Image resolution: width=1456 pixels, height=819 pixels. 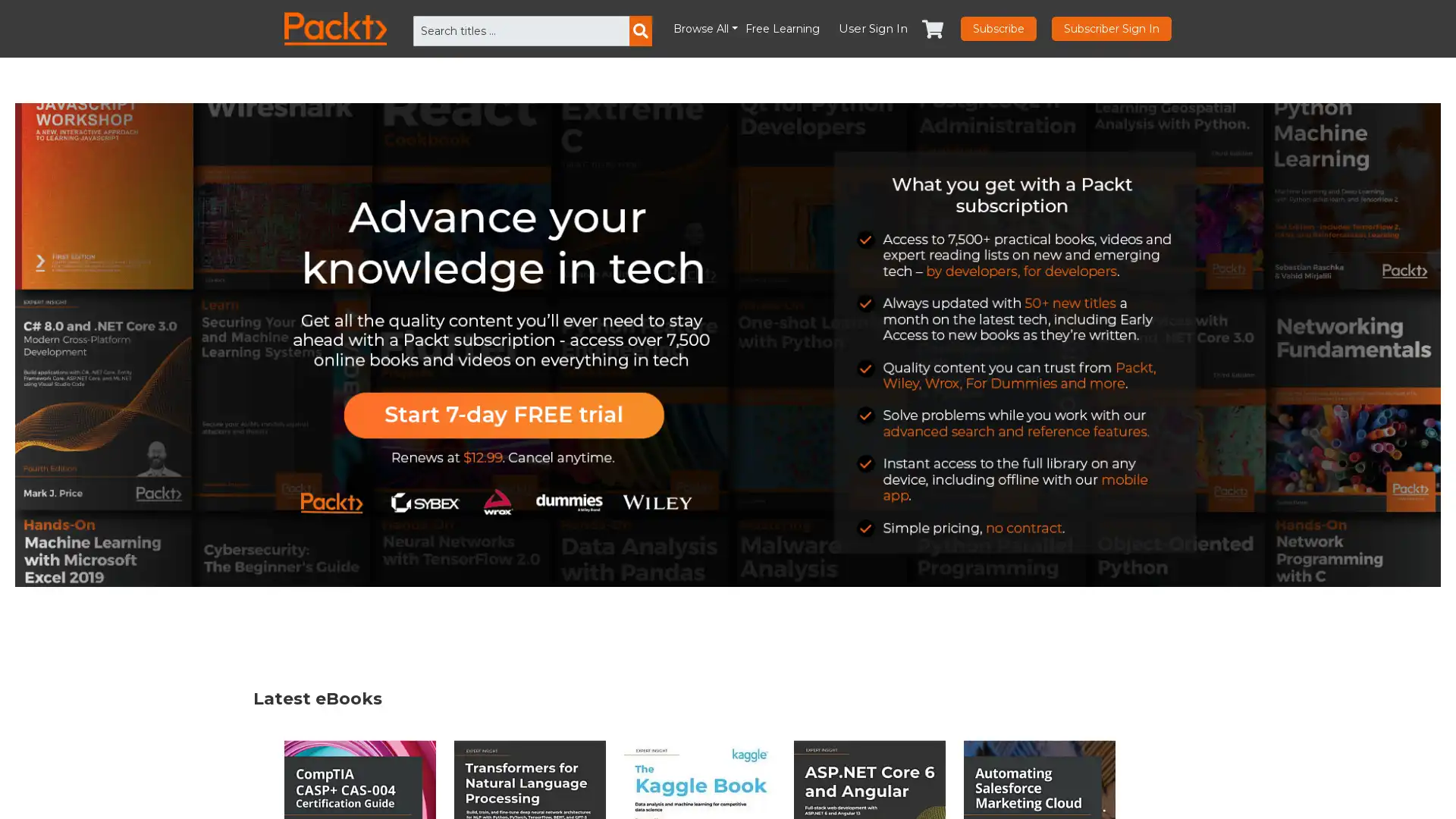 What do you see at coordinates (998, 29) in the screenshot?
I see `Subscribe` at bounding box center [998, 29].